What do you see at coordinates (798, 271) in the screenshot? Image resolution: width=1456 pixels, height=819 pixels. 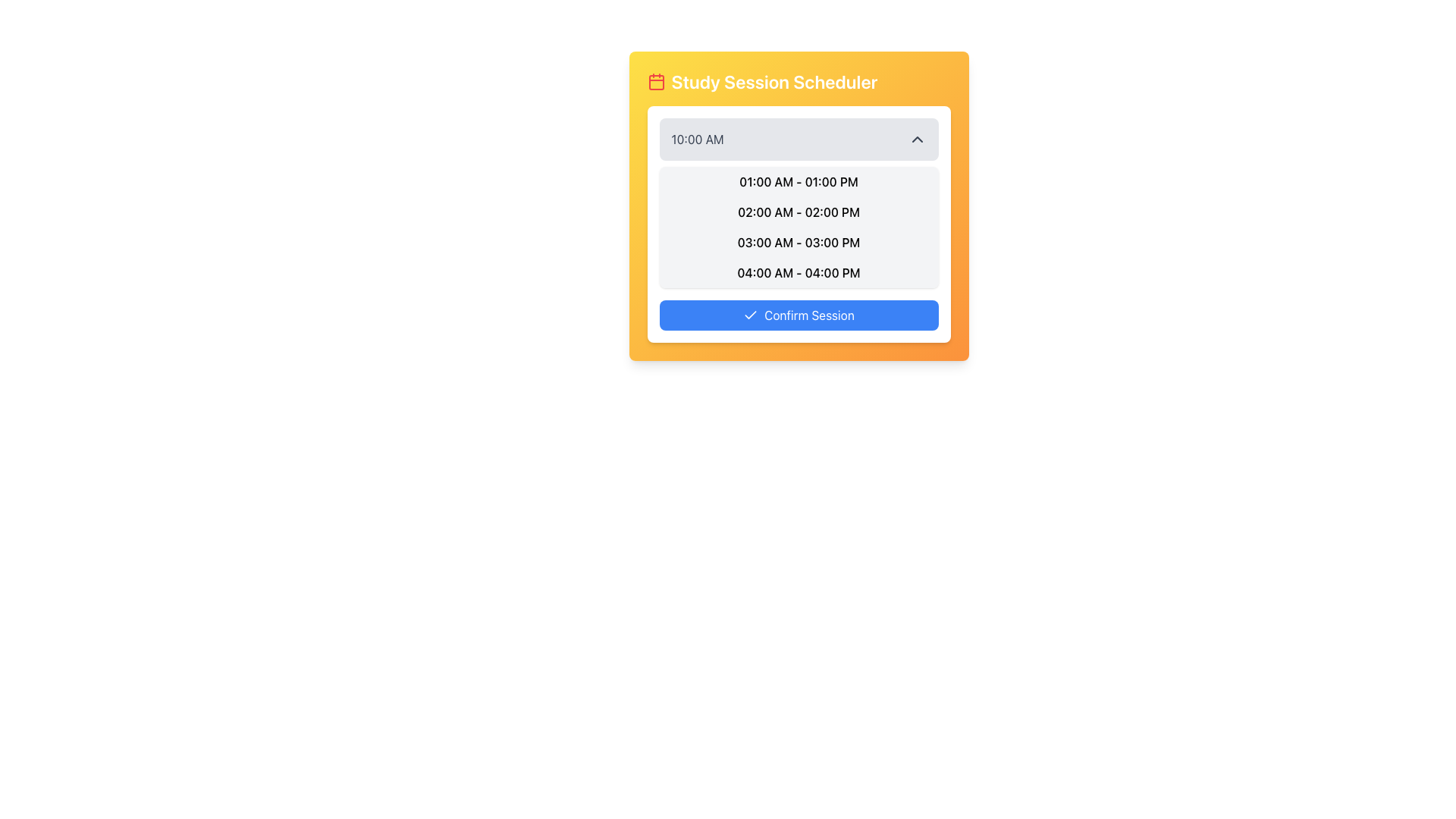 I see `the time range option '04:00 AM - 04:00 PM' in the dropdown menu, which is the fourth item listed and located within the main content area of the scheduler widget` at bounding box center [798, 271].